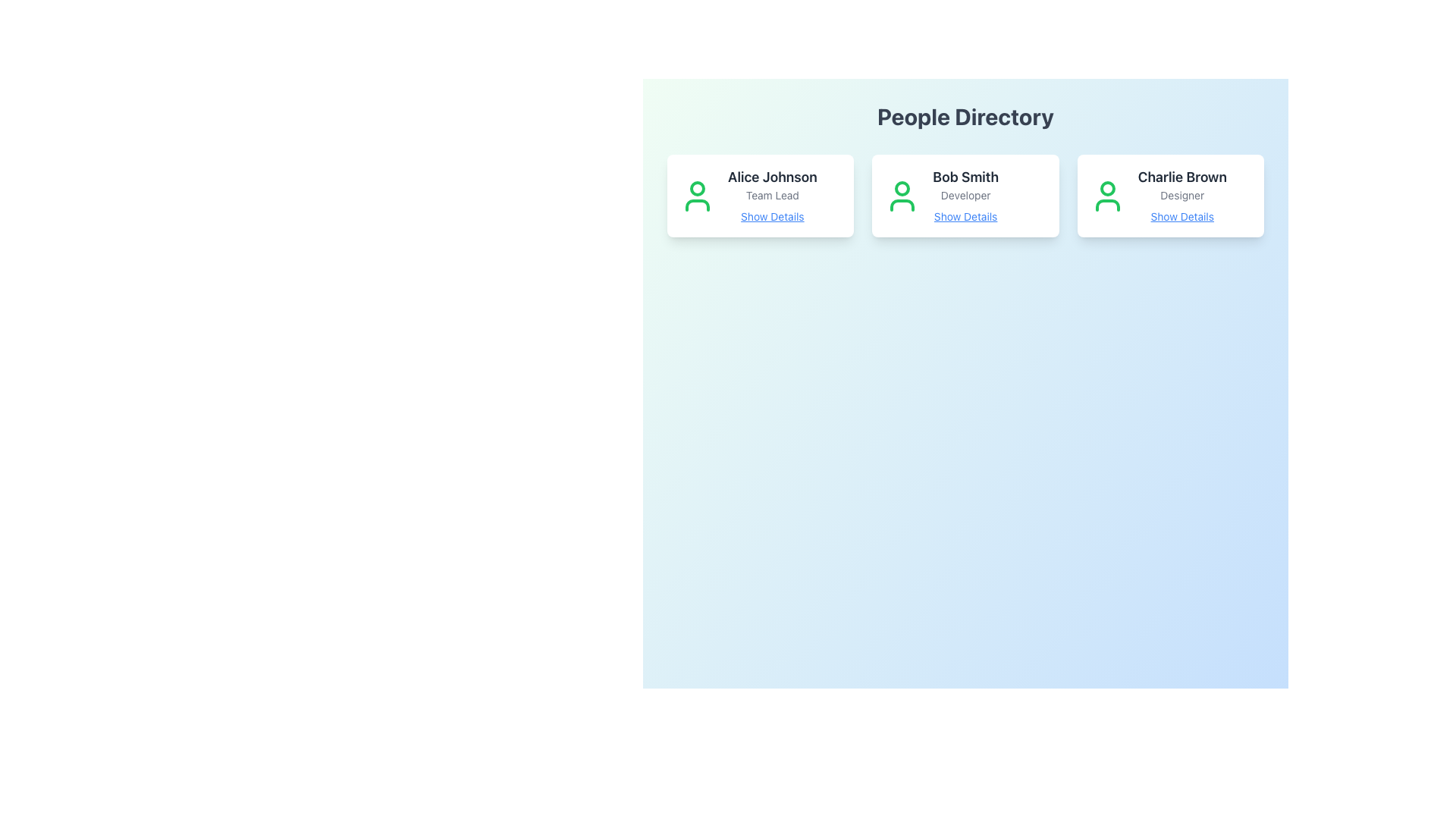  Describe the element at coordinates (1181, 216) in the screenshot. I see `the hyperlink at the bottom of Charlie Brown's card to view the context menu` at that location.